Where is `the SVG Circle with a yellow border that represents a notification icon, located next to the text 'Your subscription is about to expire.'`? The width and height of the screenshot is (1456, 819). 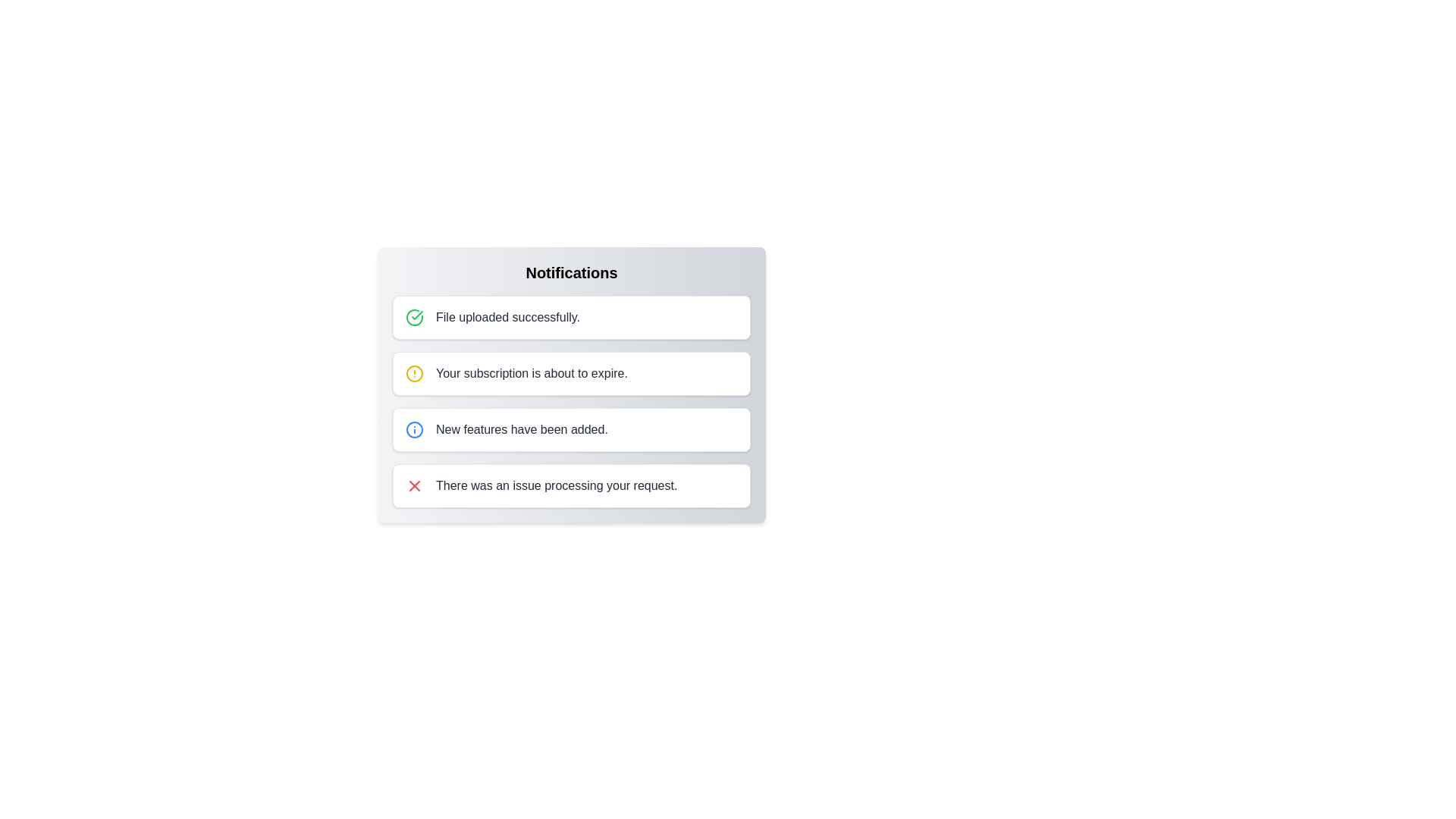
the SVG Circle with a yellow border that represents a notification icon, located next to the text 'Your subscription is about to expire.' is located at coordinates (415, 374).